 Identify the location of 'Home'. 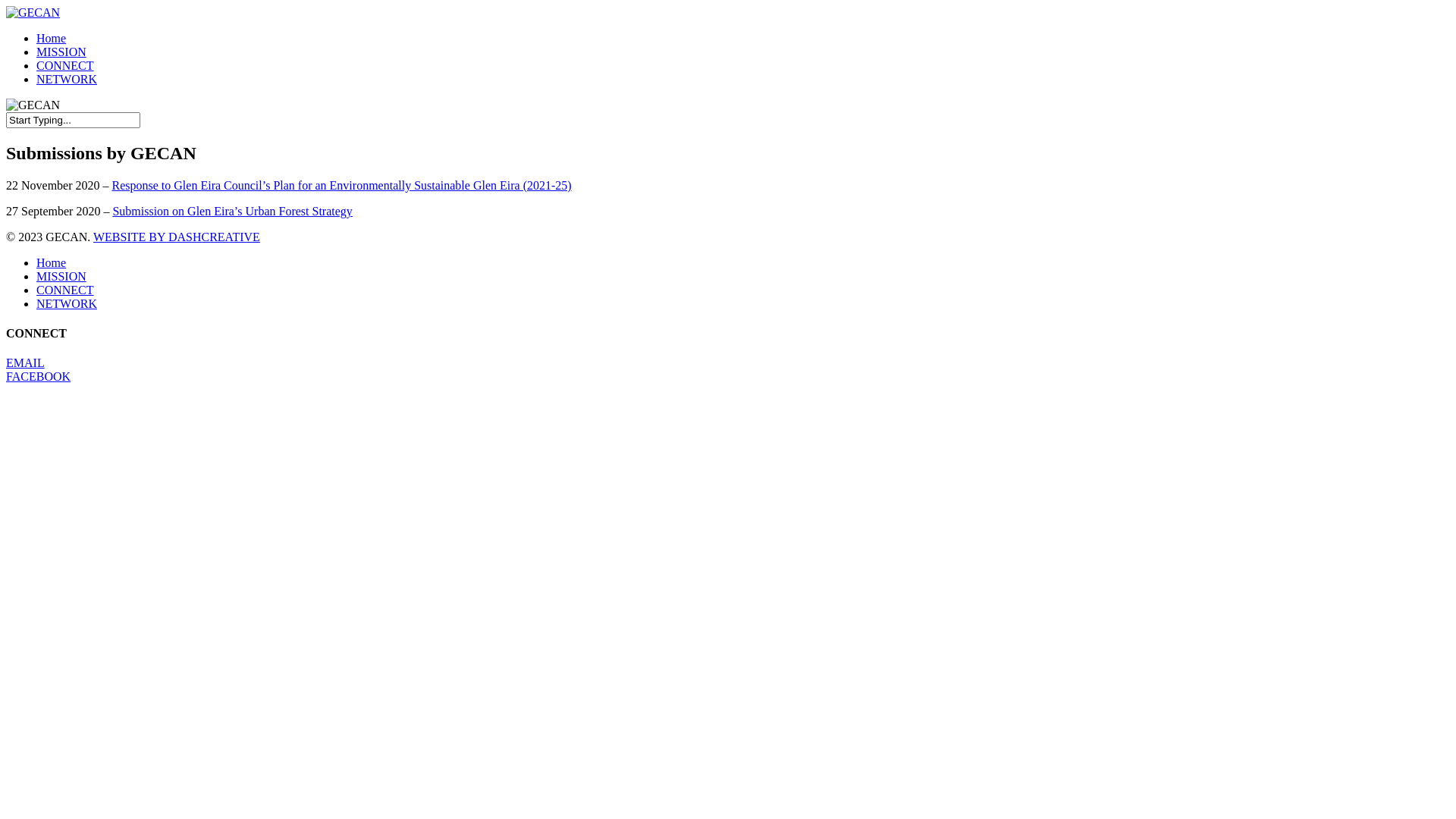
(36, 37).